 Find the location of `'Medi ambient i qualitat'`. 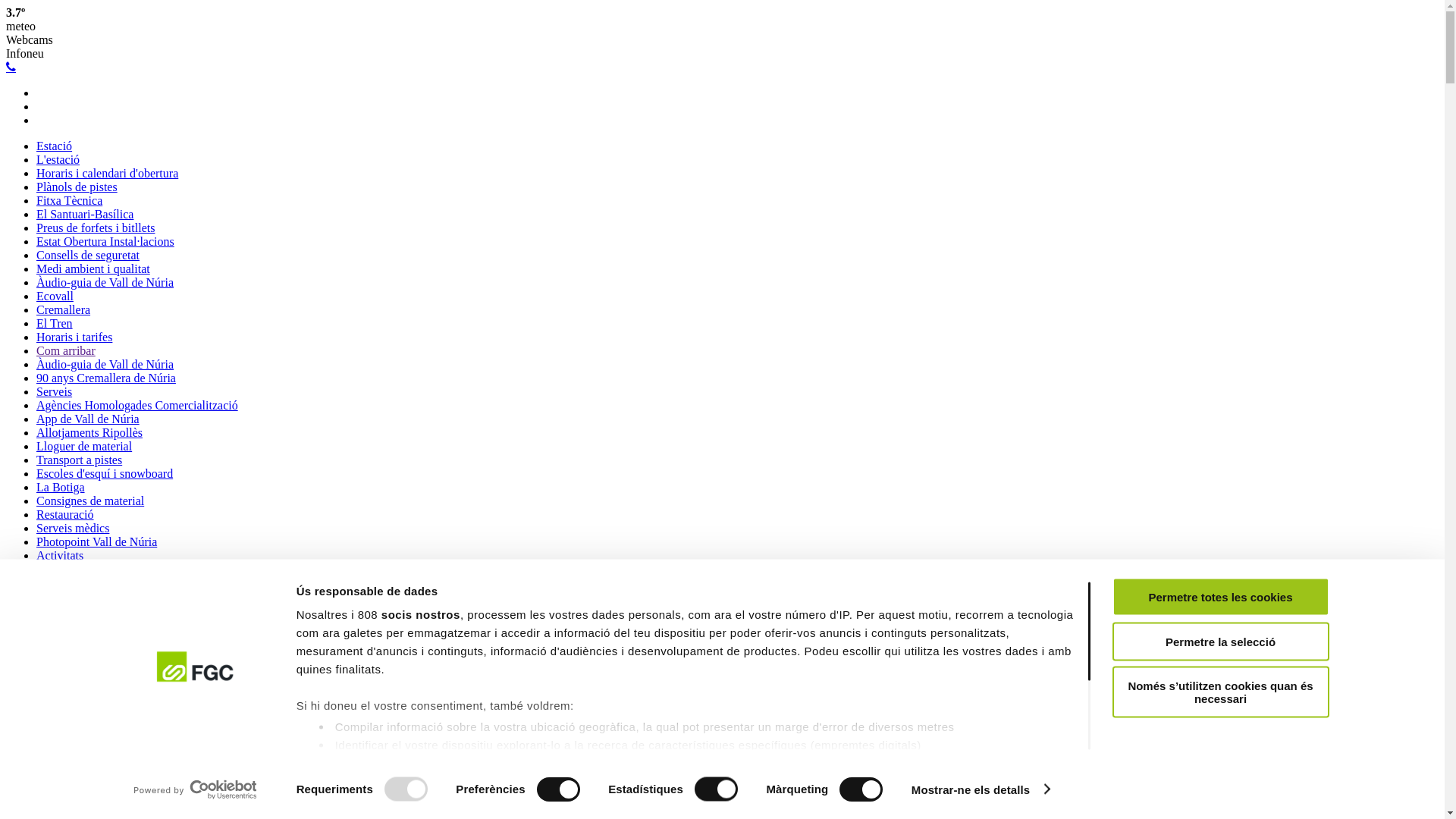

'Medi ambient i qualitat' is located at coordinates (36, 268).